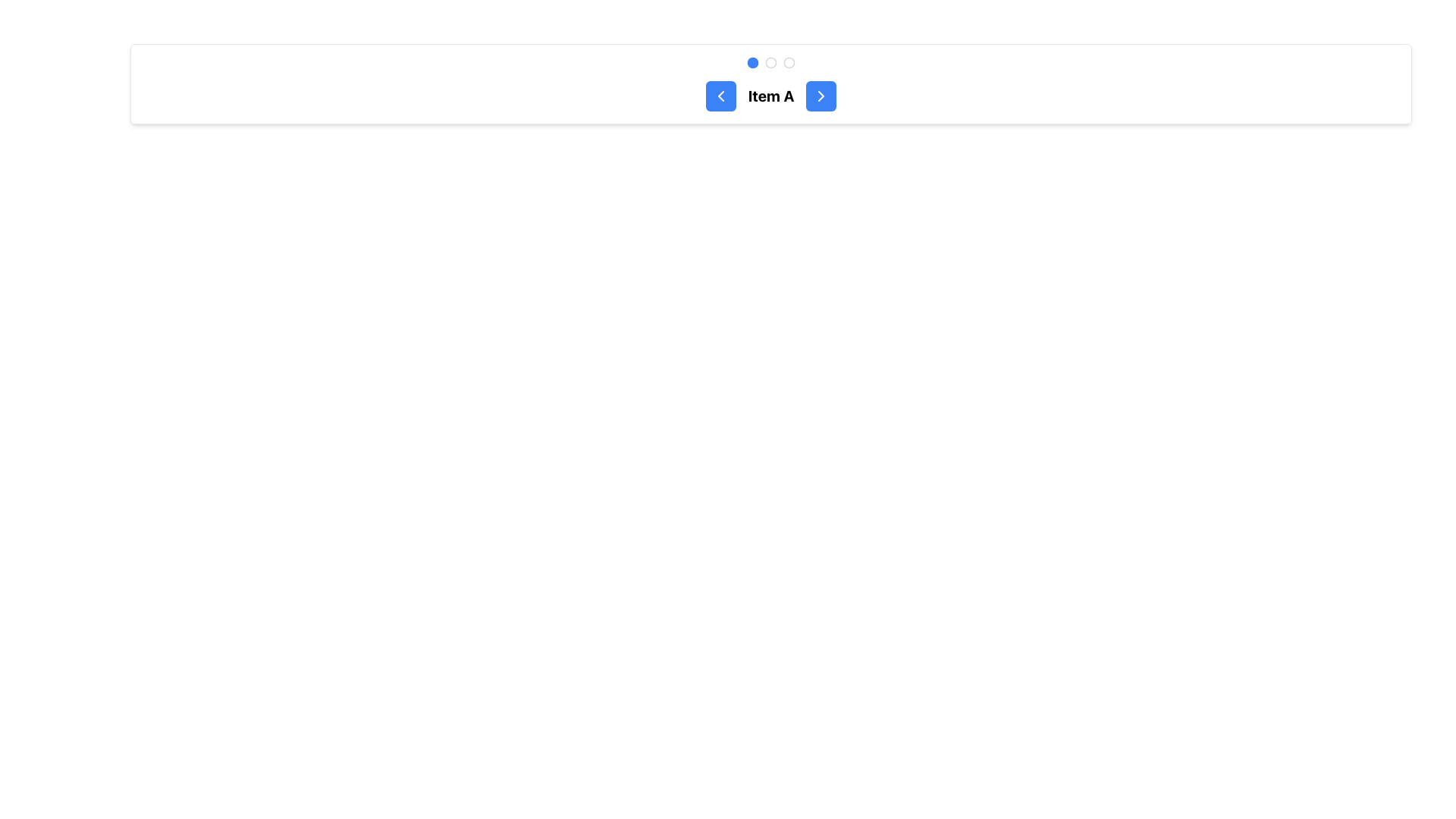 The height and width of the screenshot is (819, 1456). Describe the element at coordinates (821, 96) in the screenshot. I see `the chevron arrow, which serves as the rightward navigation indicator located at the center of the blue button on the right-hand side of the carousel navigation area` at that location.